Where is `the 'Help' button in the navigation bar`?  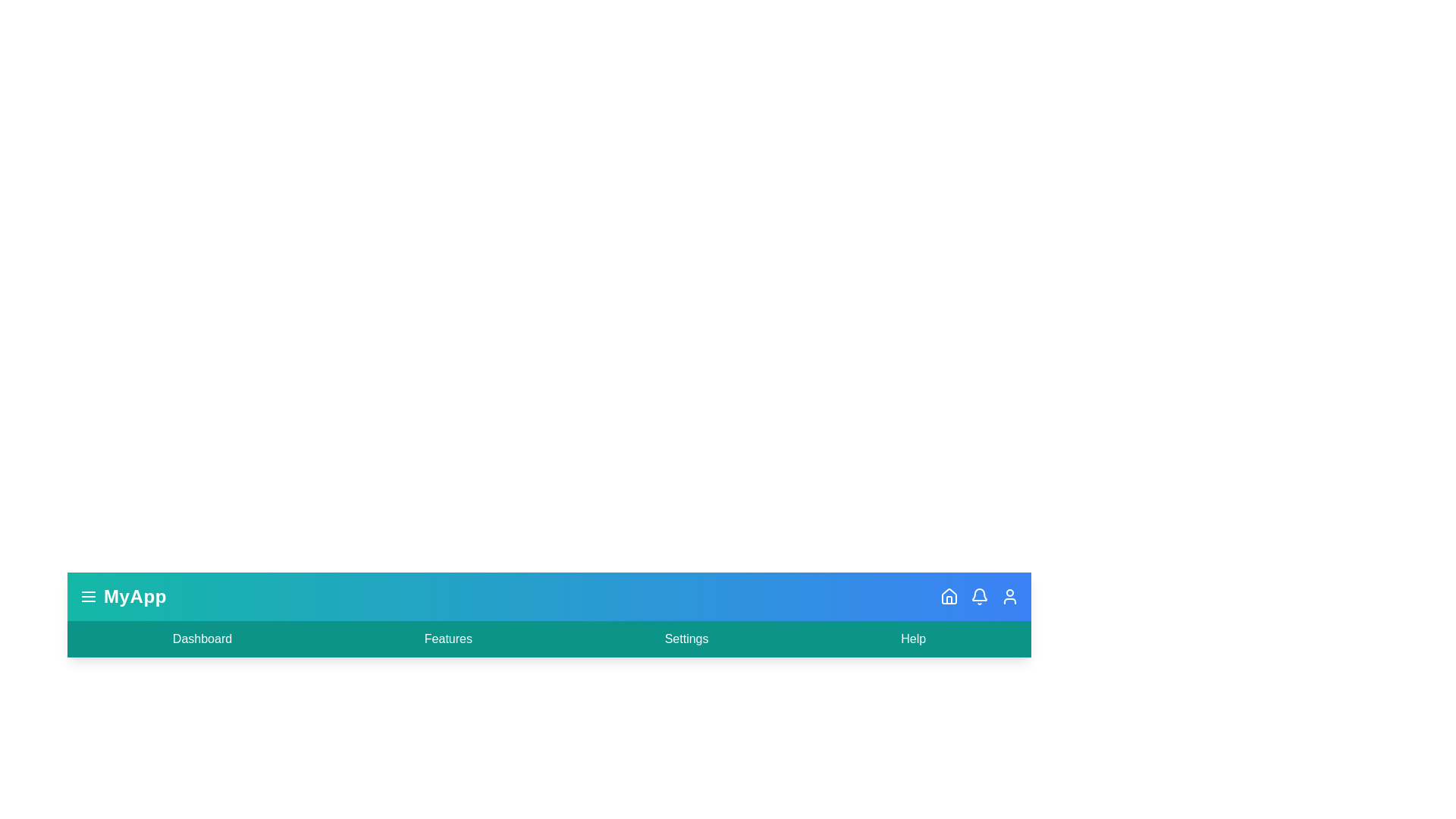 the 'Help' button in the navigation bar is located at coordinates (912, 639).